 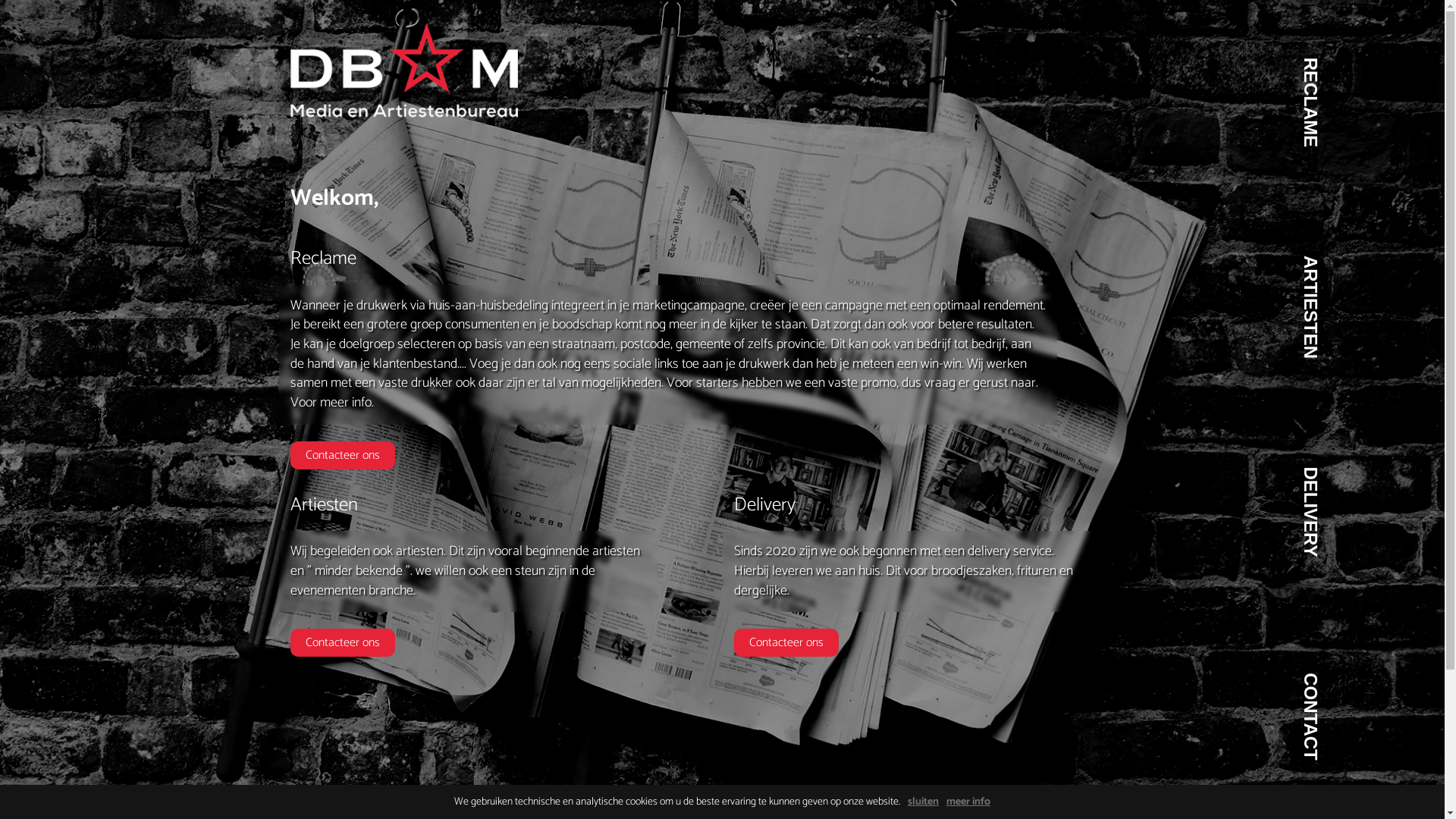 What do you see at coordinates (967, 801) in the screenshot?
I see `'meer info'` at bounding box center [967, 801].